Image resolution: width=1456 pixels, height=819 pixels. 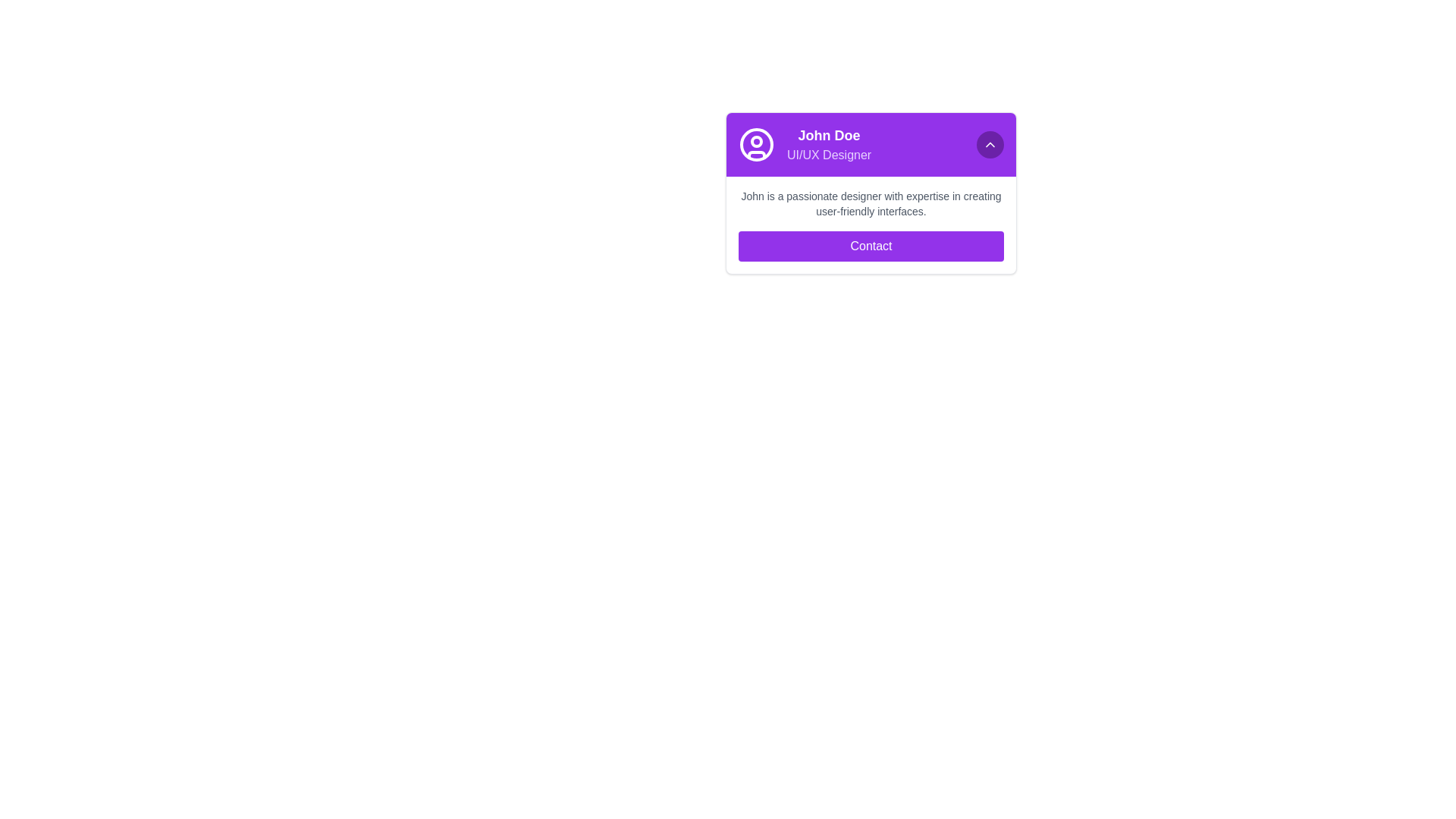 I want to click on the Text Label indicating the professional role or title of 'John Doe', which is positioned in the middle section of the interface within a purple header of a card-like component, so click(x=828, y=155).